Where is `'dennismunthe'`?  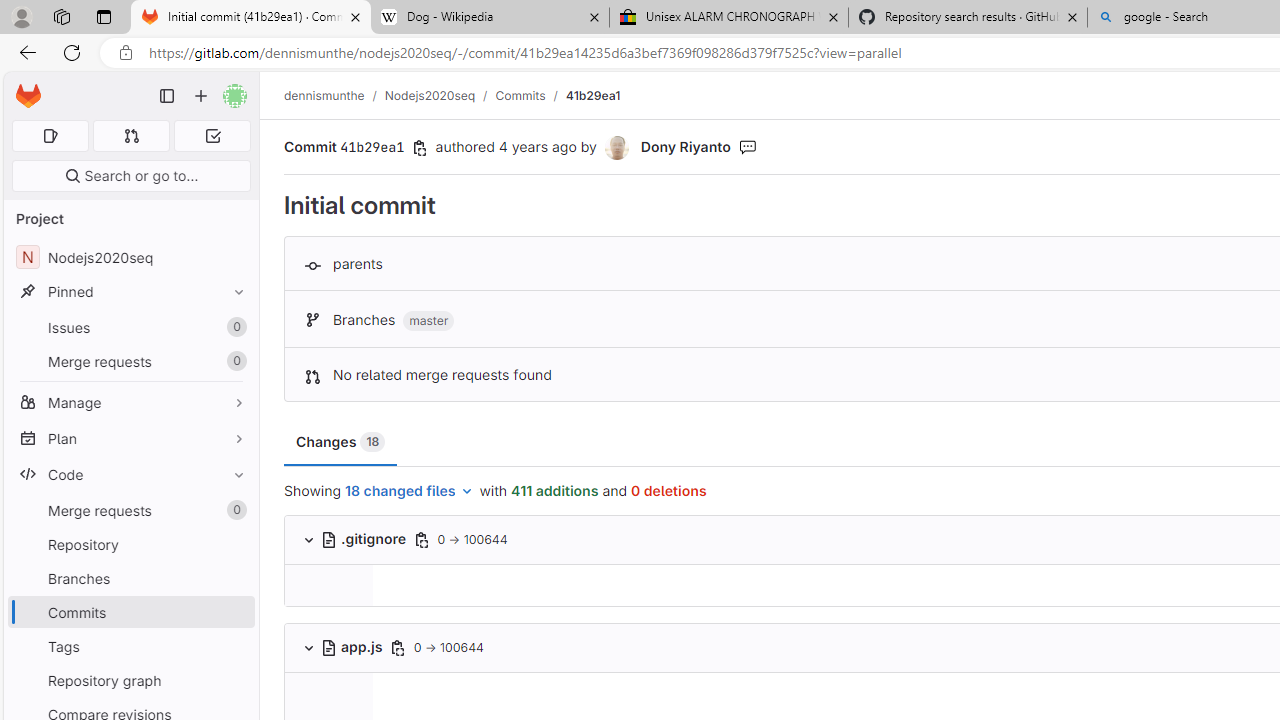 'dennismunthe' is located at coordinates (324, 95).